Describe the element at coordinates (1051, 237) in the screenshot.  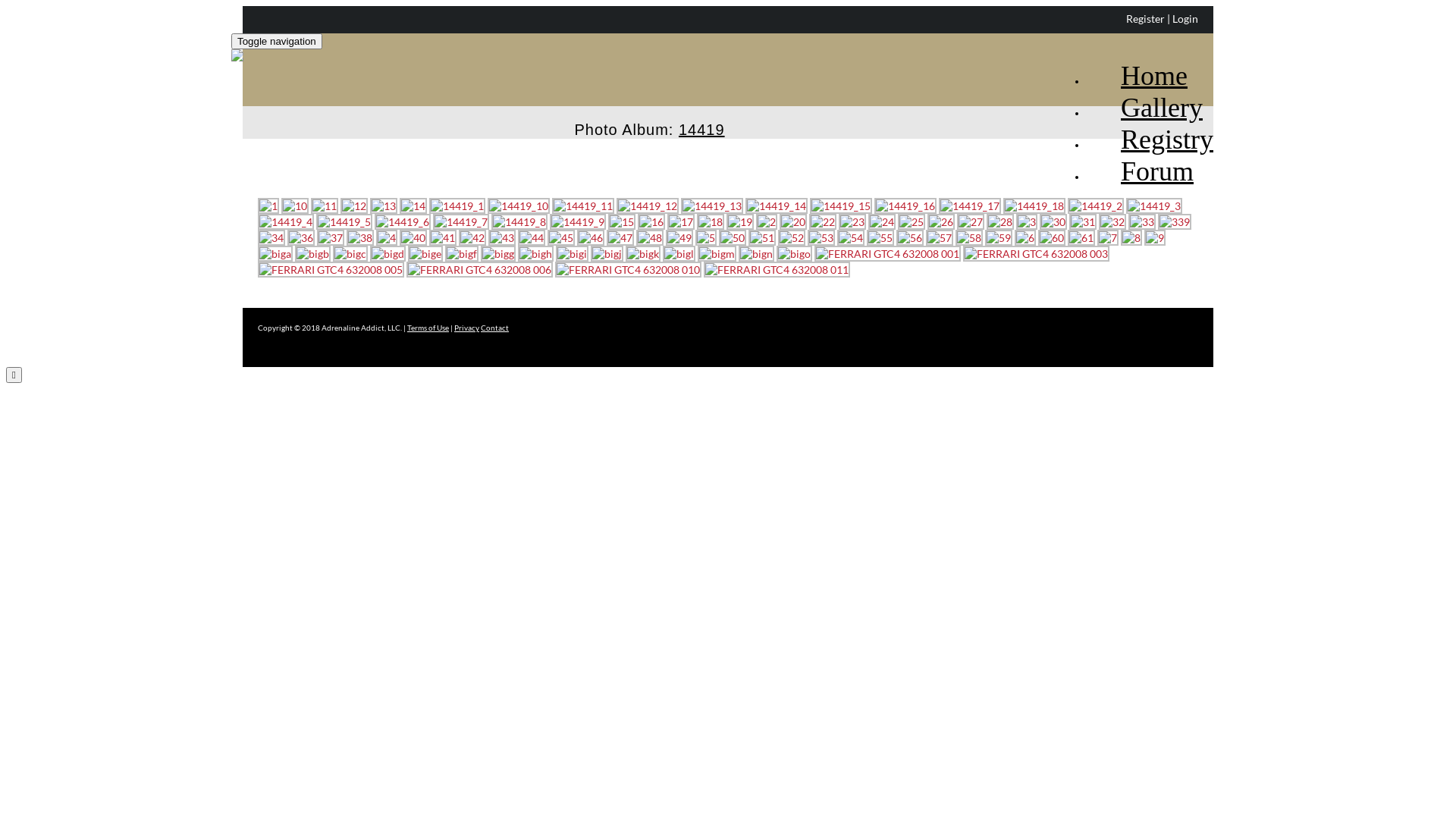
I see `'60 (click to enlarge)'` at that location.